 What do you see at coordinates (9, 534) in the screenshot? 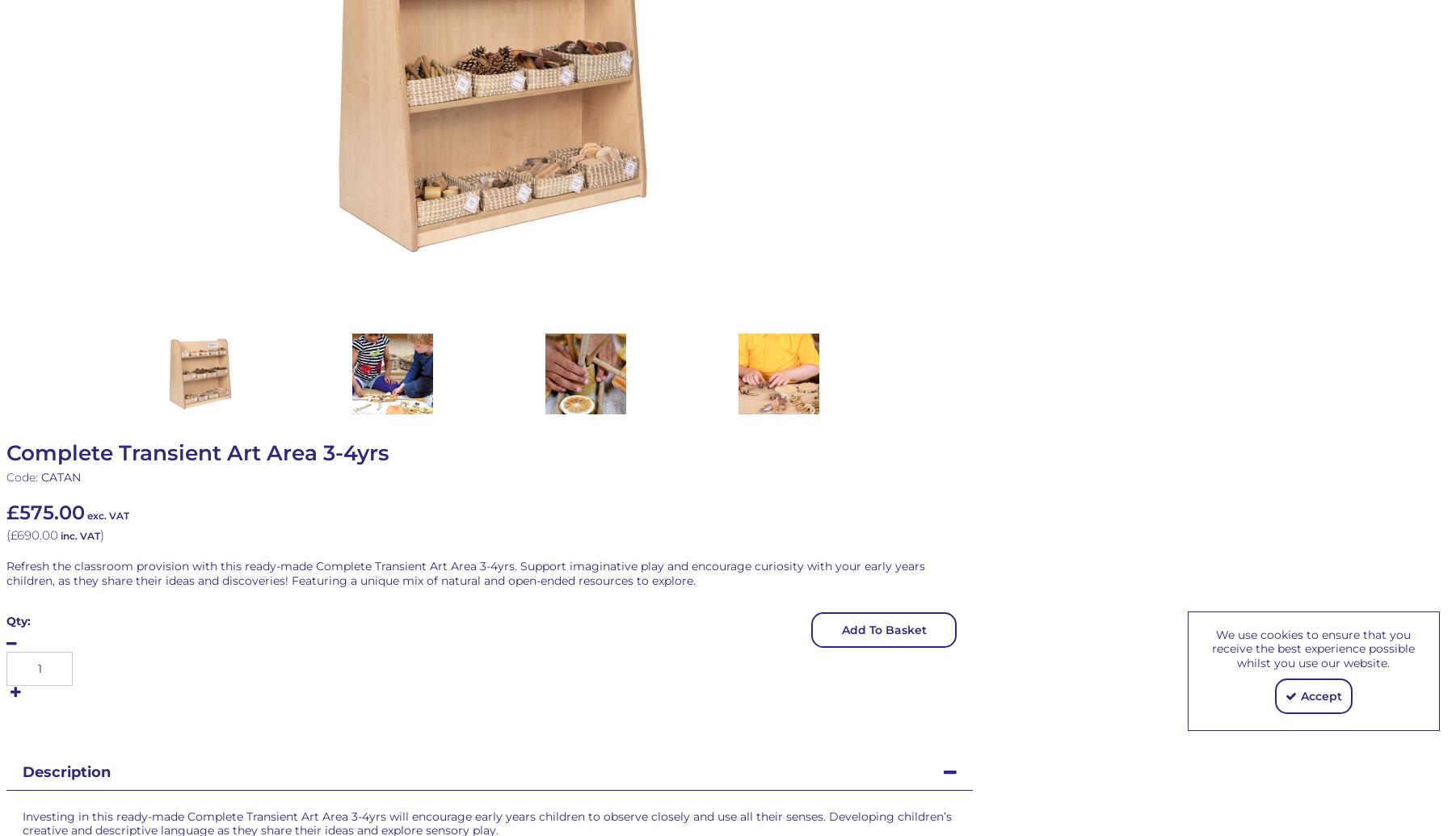
I see `'£690.00'` at bounding box center [9, 534].